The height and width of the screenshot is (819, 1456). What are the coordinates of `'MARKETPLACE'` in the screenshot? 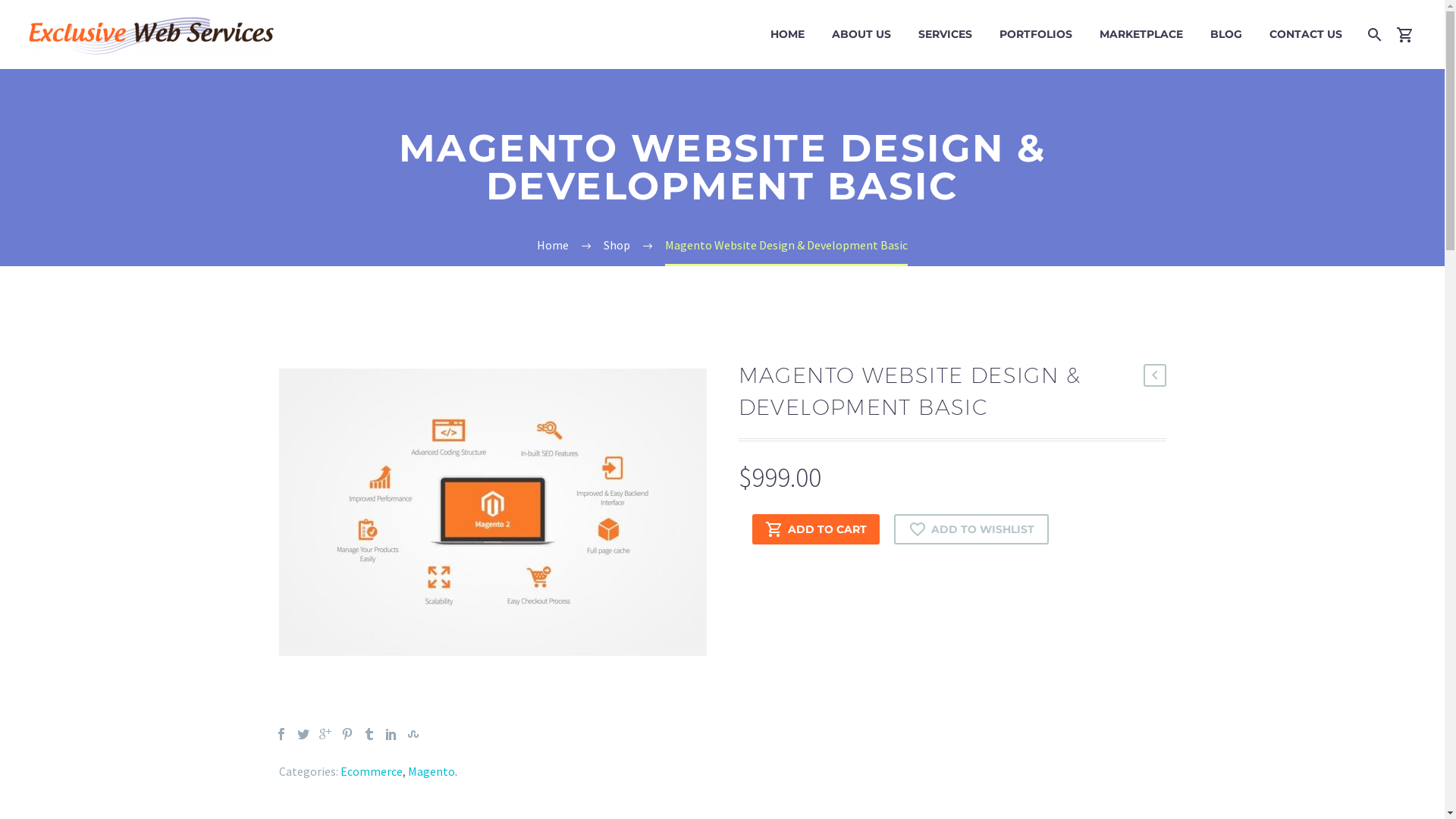 It's located at (1141, 34).